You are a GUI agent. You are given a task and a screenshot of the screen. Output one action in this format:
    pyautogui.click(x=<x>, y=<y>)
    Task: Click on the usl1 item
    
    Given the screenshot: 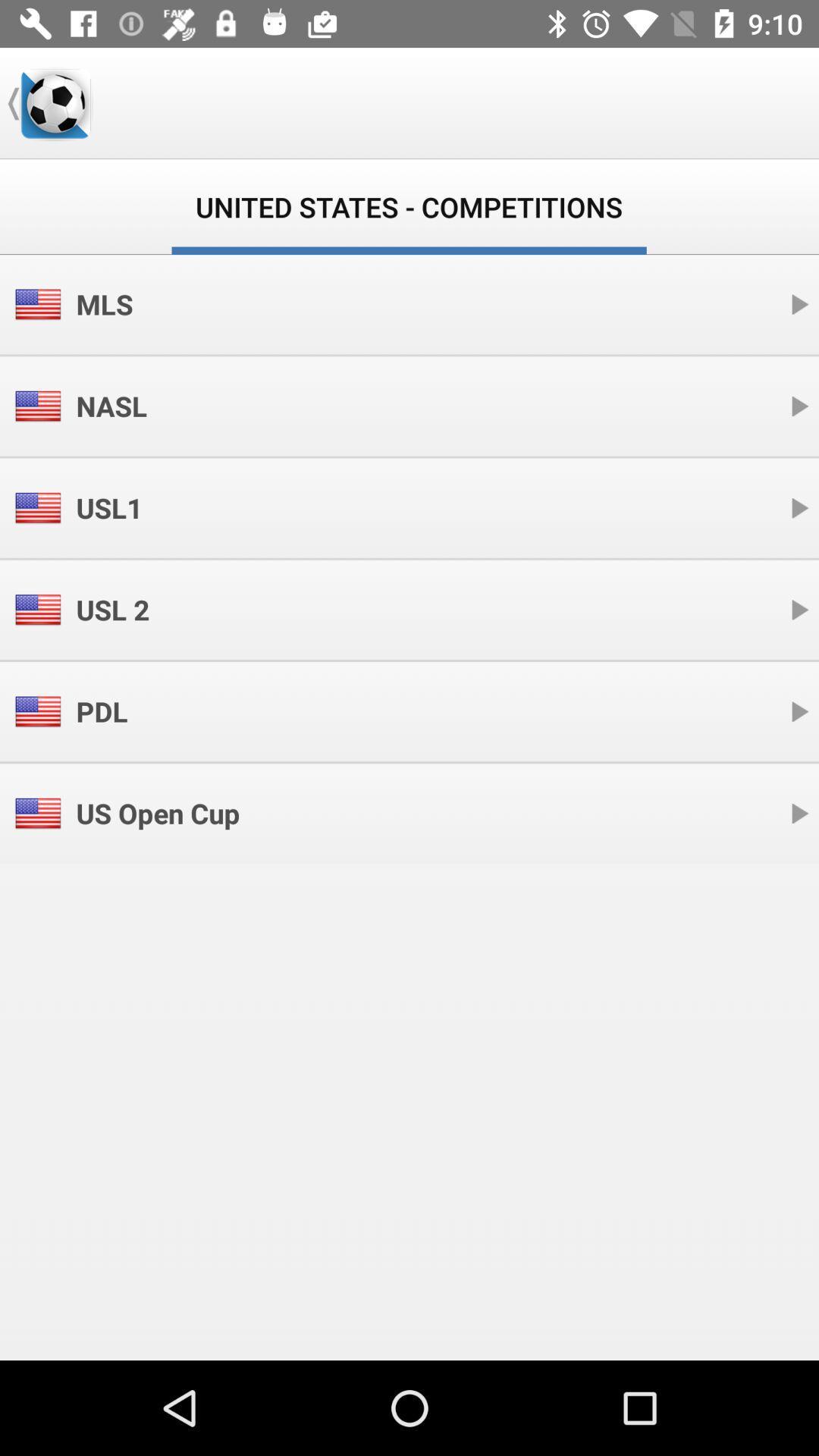 What is the action you would take?
    pyautogui.click(x=108, y=508)
    